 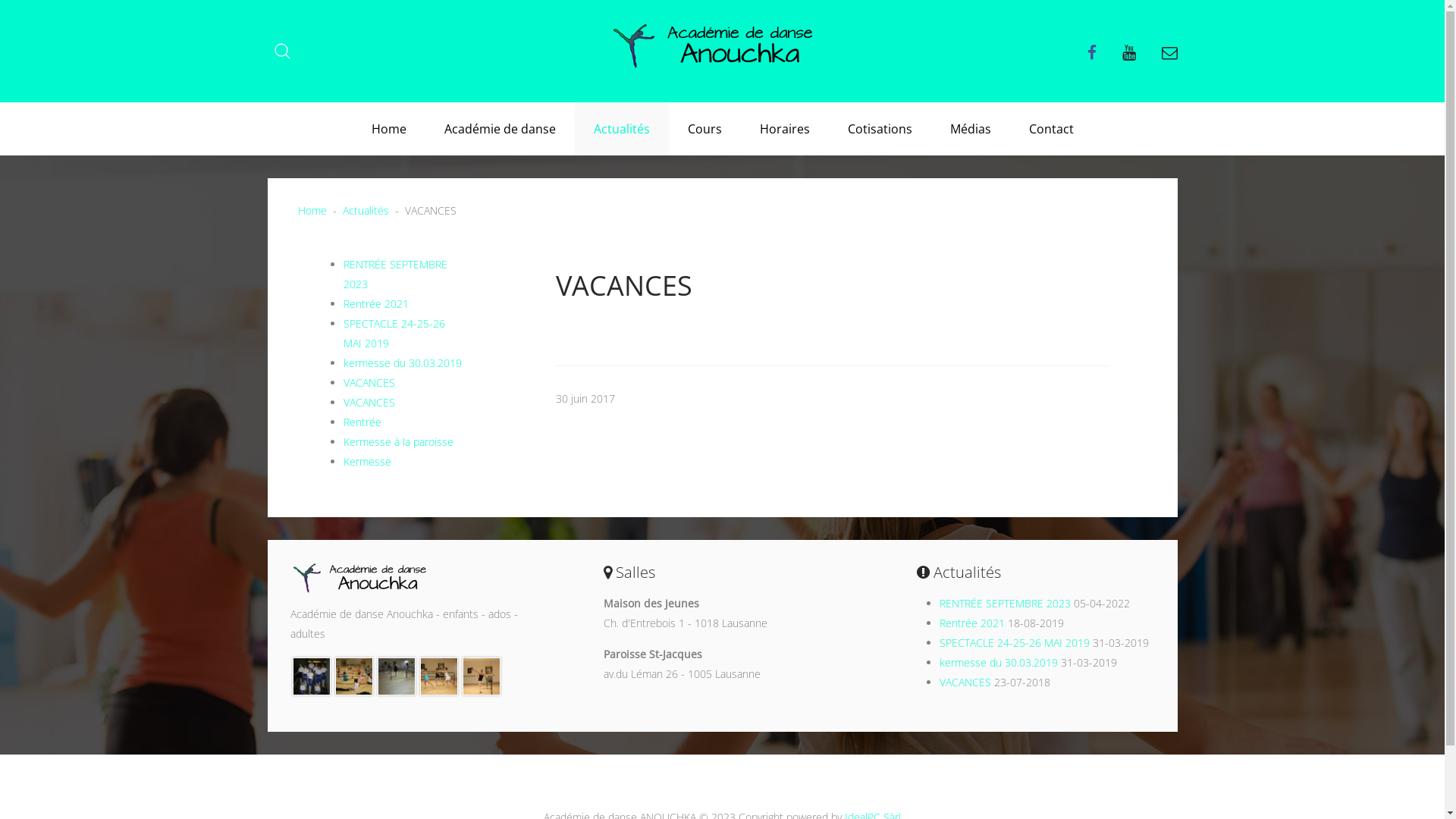 What do you see at coordinates (368, 401) in the screenshot?
I see `'VACANCES'` at bounding box center [368, 401].